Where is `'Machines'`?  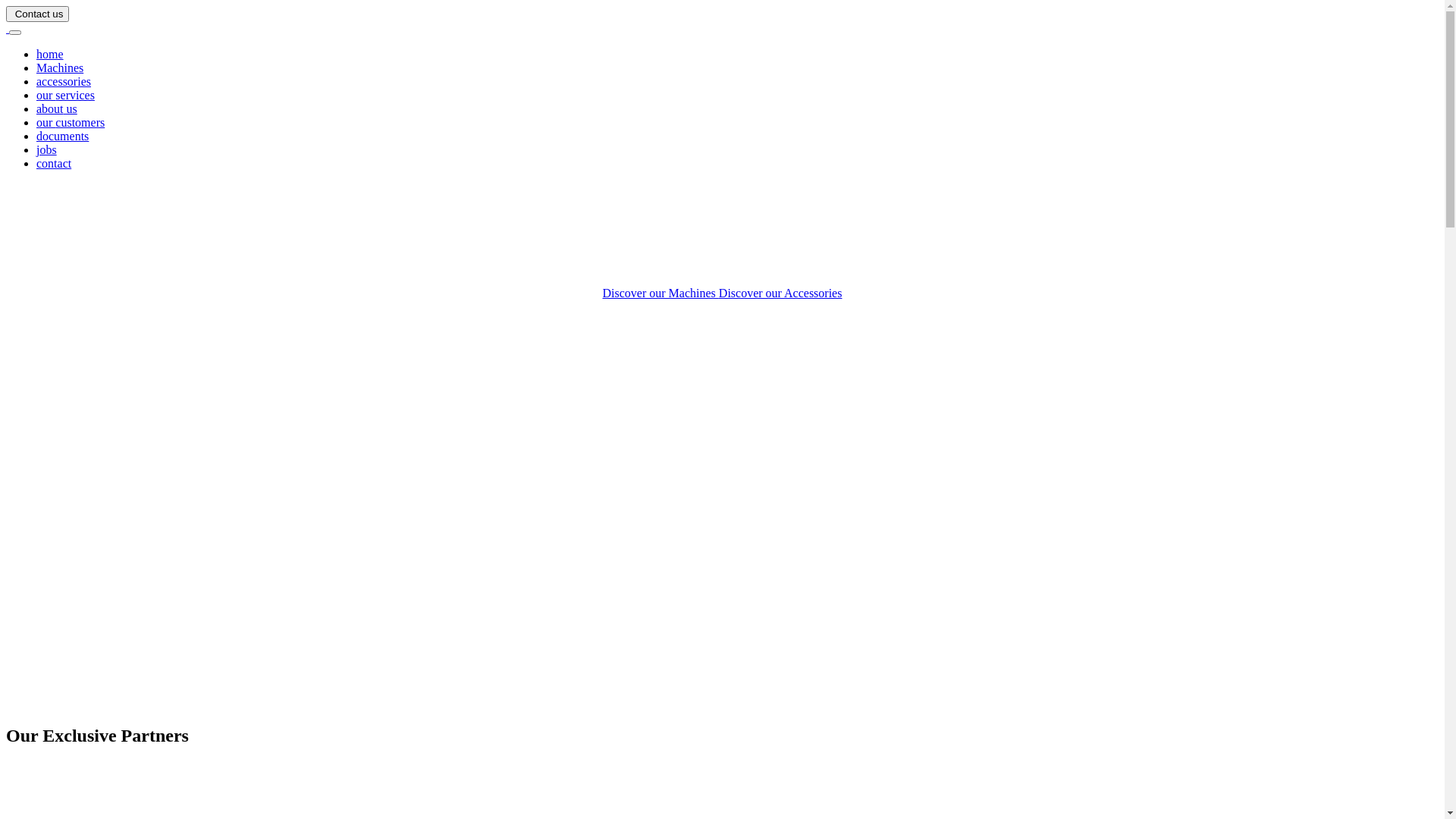 'Machines' is located at coordinates (59, 67).